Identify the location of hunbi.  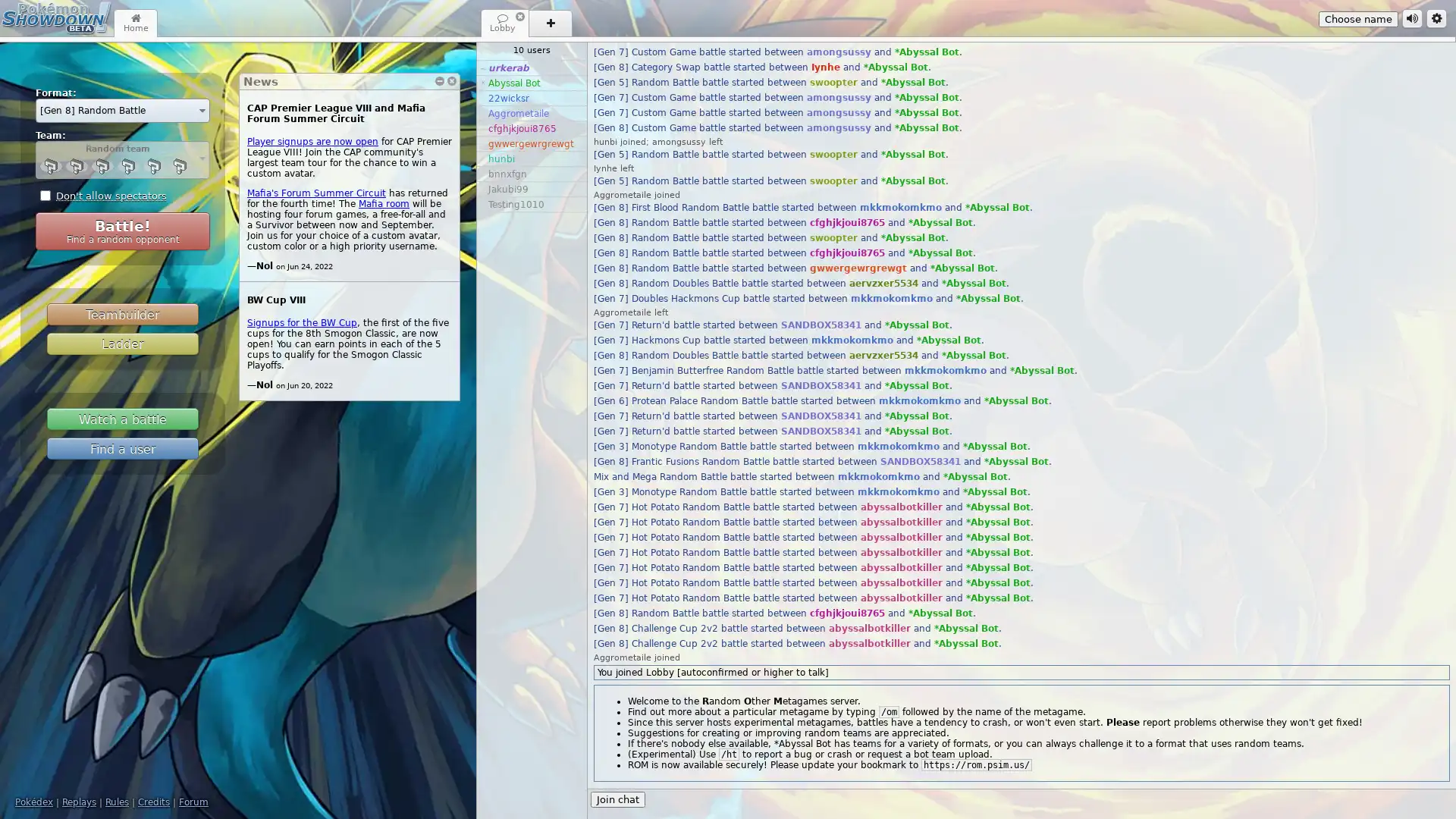
(532, 158).